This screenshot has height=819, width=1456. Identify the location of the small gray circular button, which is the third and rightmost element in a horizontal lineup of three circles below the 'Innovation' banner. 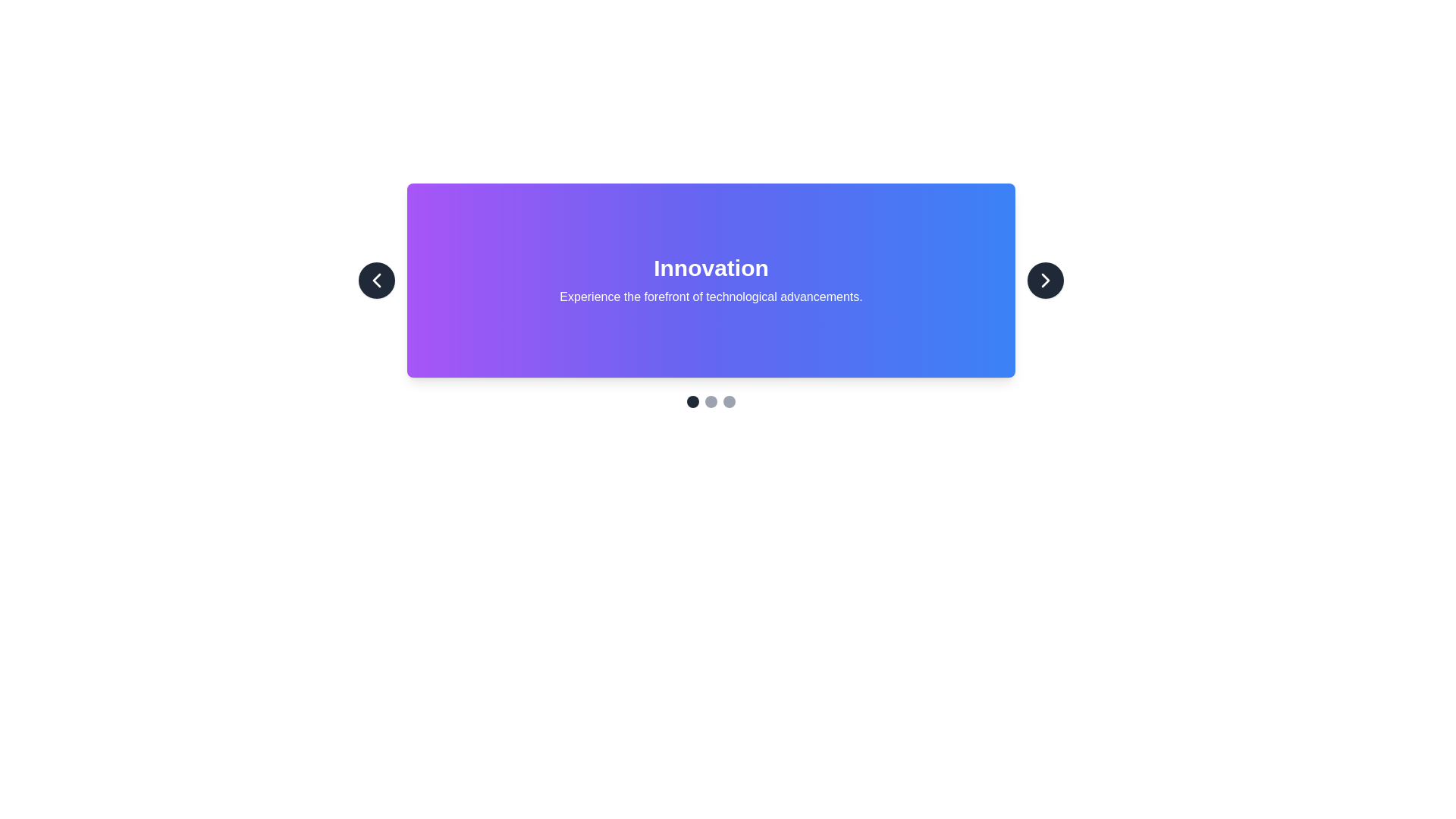
(729, 400).